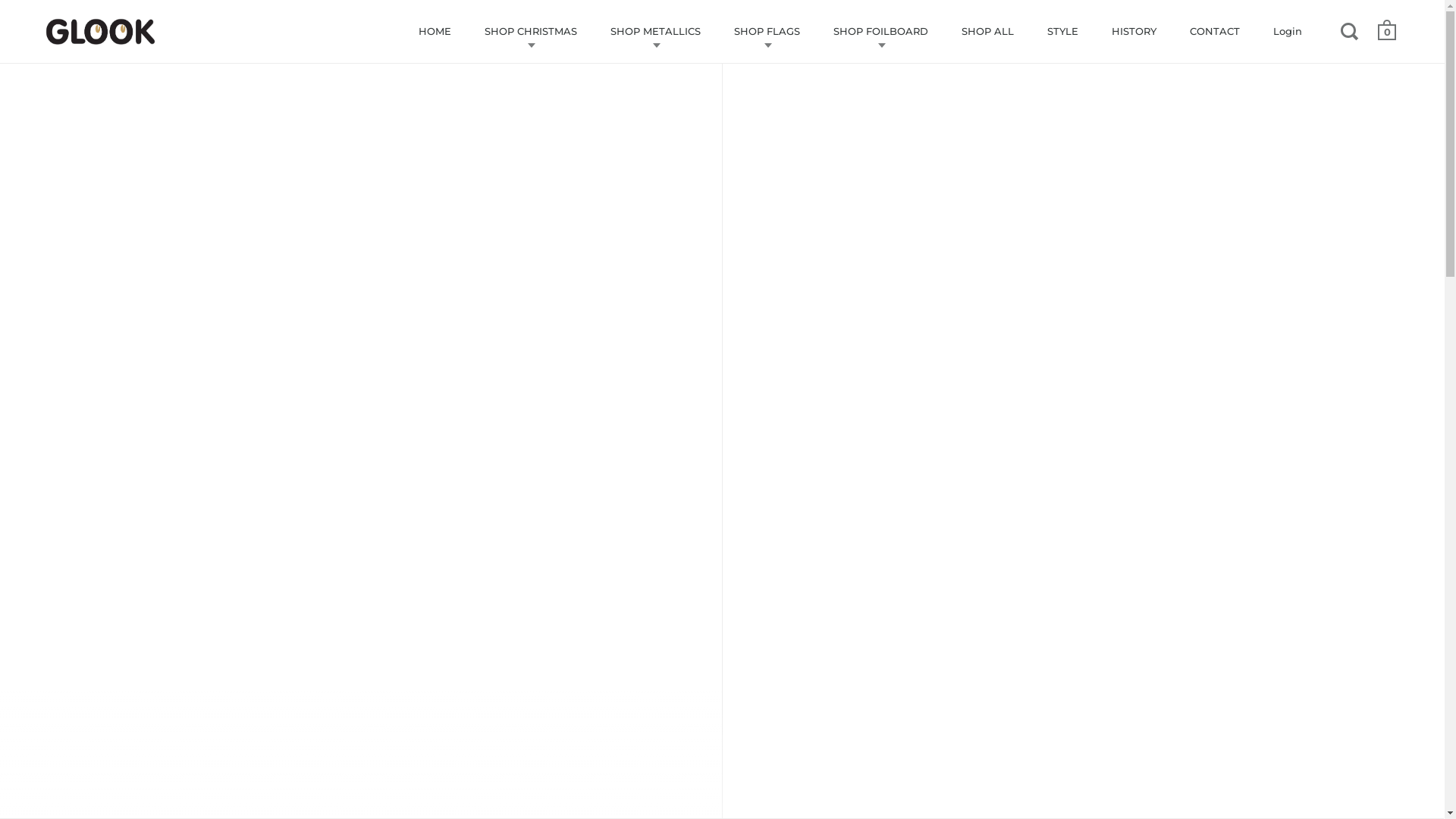 The width and height of the screenshot is (1456, 819). What do you see at coordinates (880, 31) in the screenshot?
I see `'SHOP FOILBOARD'` at bounding box center [880, 31].